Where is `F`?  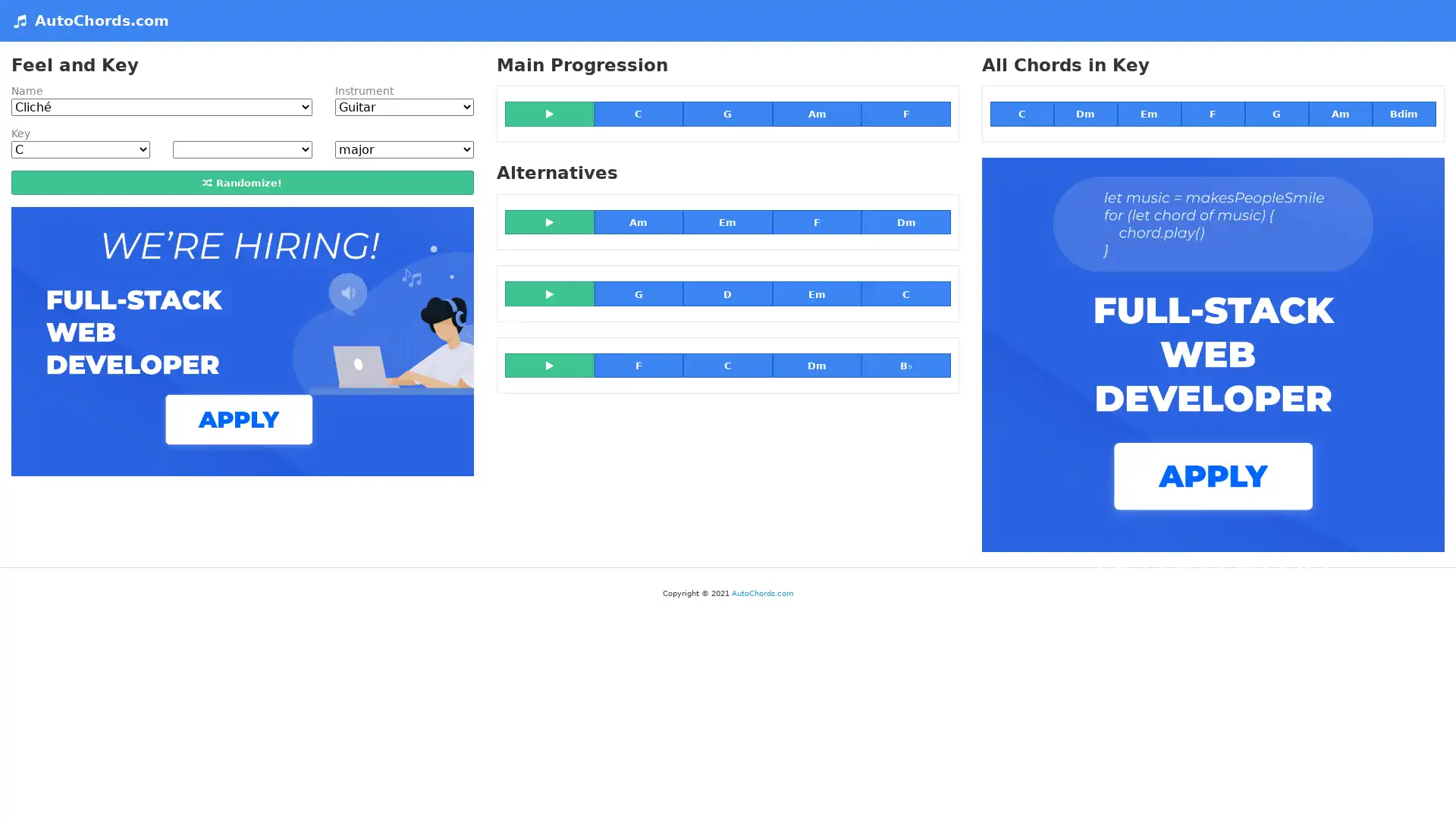
F is located at coordinates (1211, 113).